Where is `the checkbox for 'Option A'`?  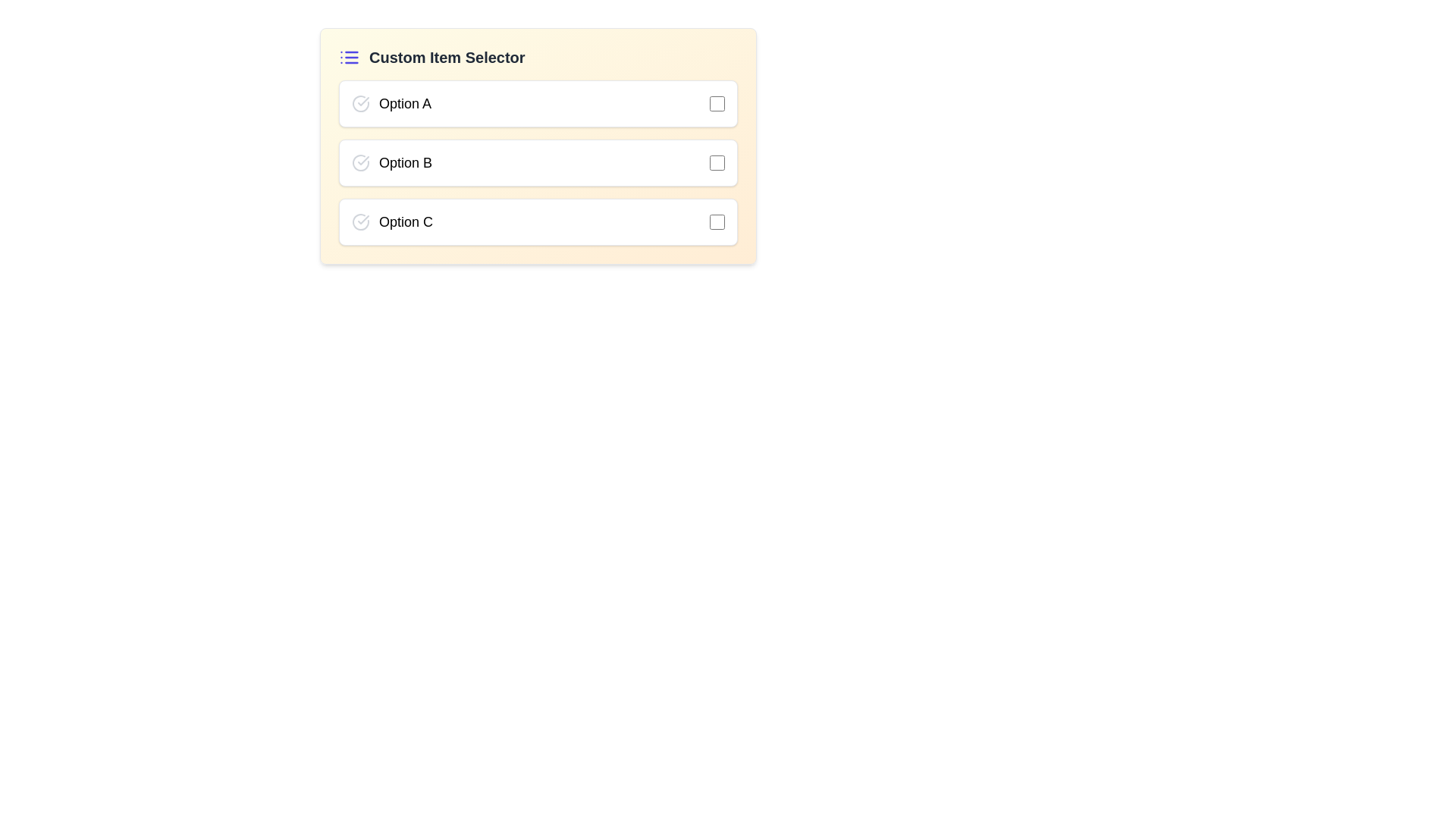 the checkbox for 'Option A' is located at coordinates (716, 103).